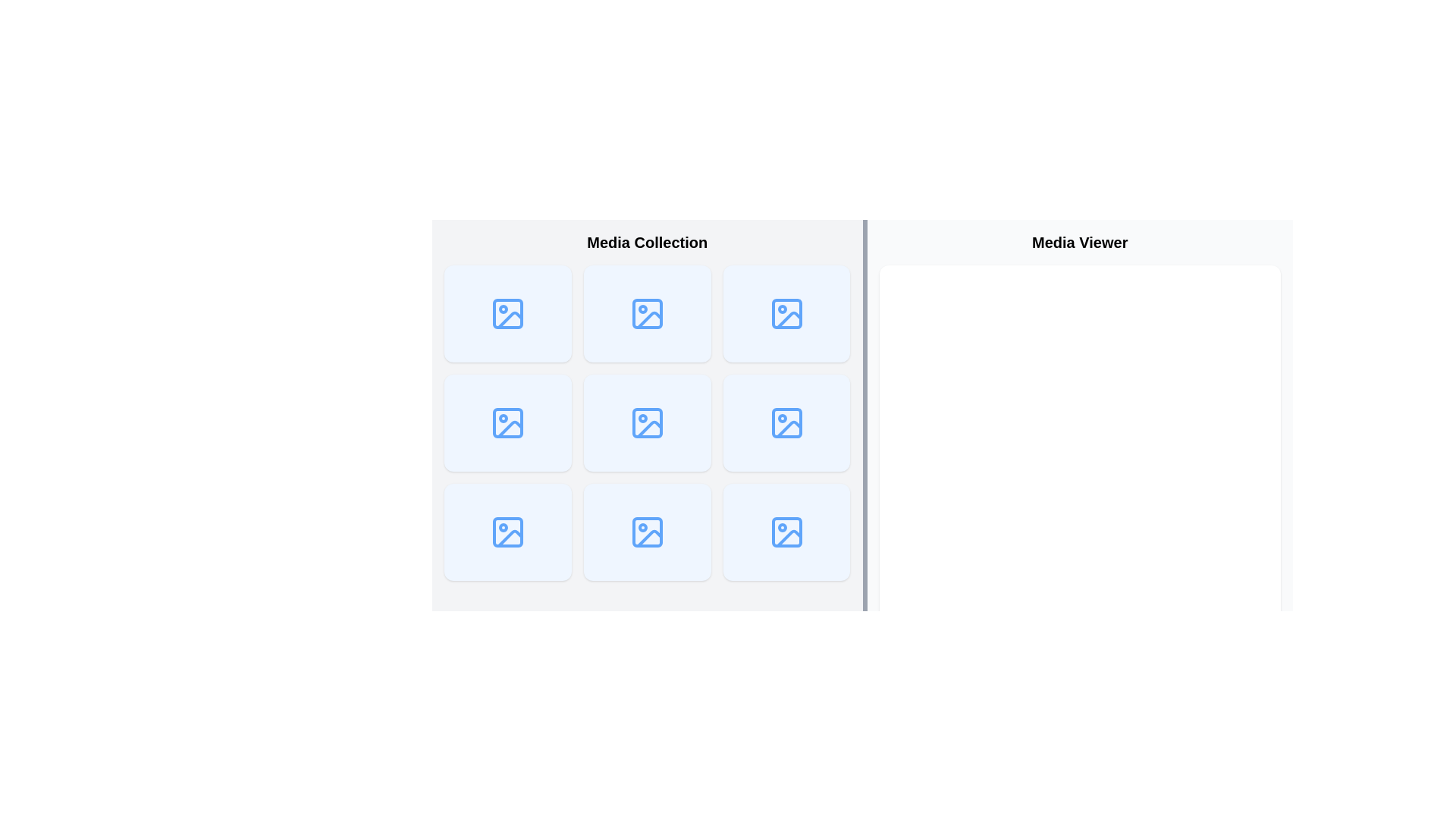  Describe the element at coordinates (786, 423) in the screenshot. I see `the light blue rectangular icon in the Media Collection, which is the middle icon in the third row of a 3x3 grid` at that location.